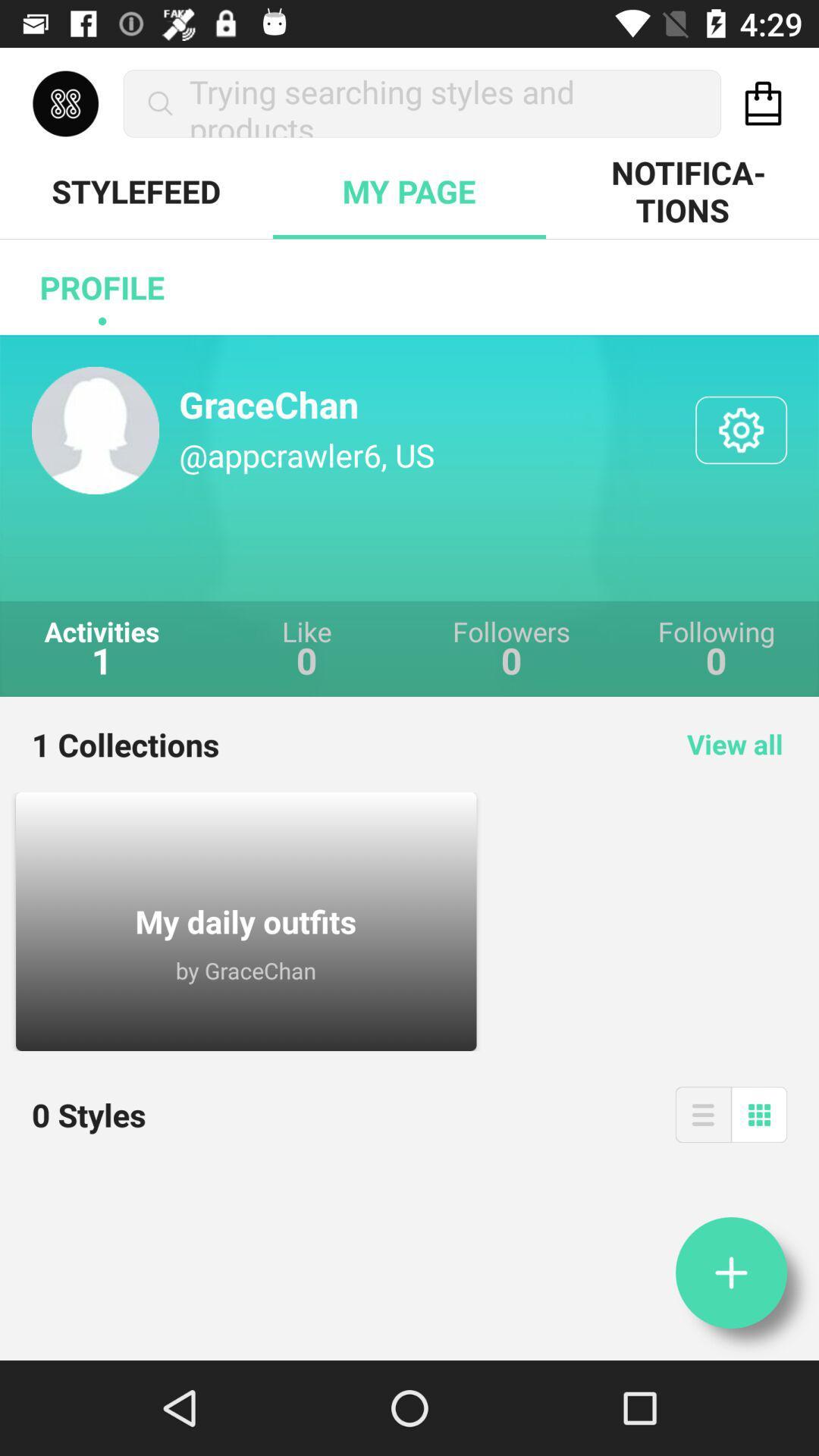 This screenshot has width=819, height=1456. Describe the element at coordinates (703, 1114) in the screenshot. I see `open expanded menu` at that location.